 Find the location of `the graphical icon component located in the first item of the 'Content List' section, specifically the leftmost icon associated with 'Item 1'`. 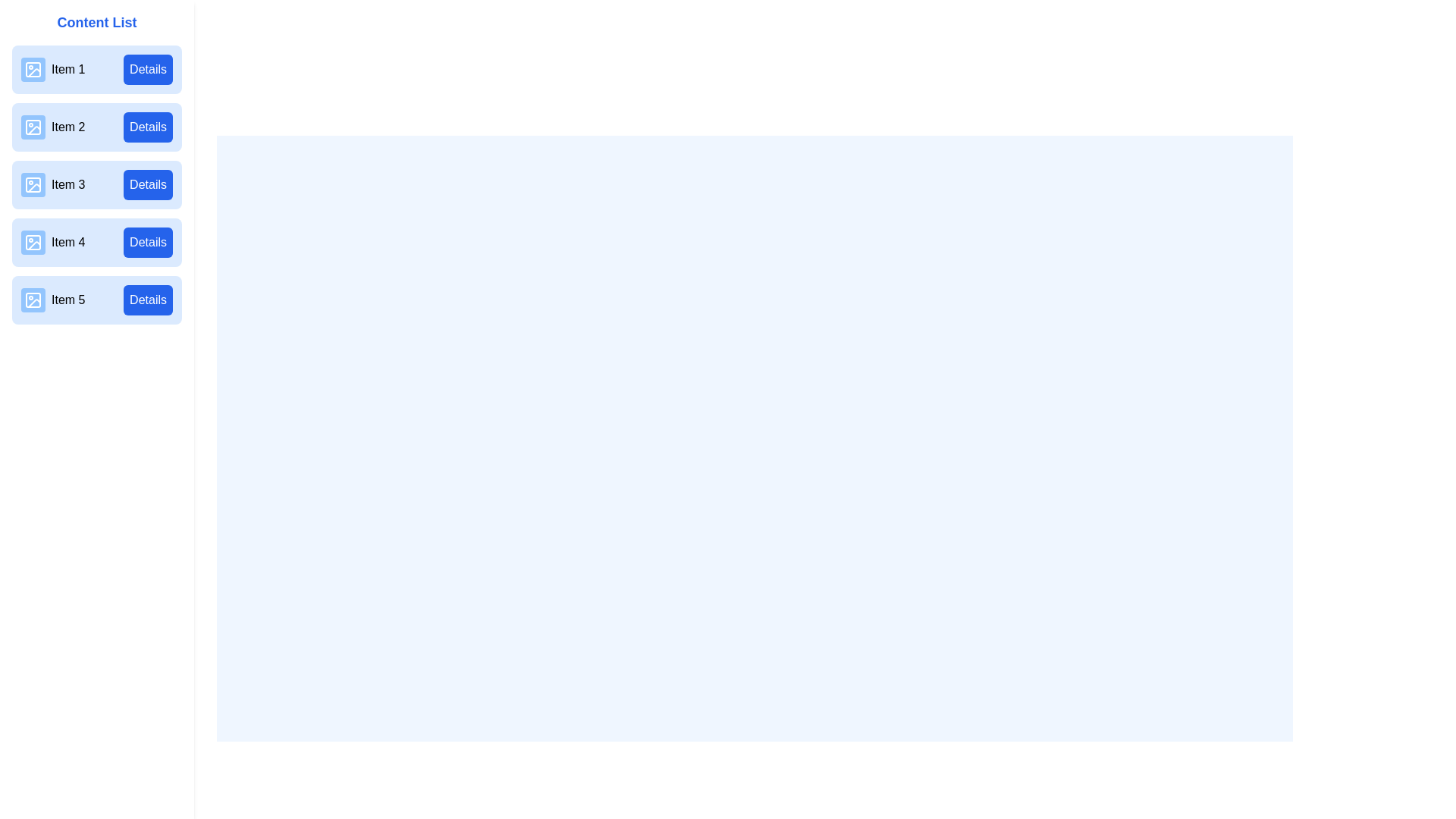

the graphical icon component located in the first item of the 'Content List' section, specifically the leftmost icon associated with 'Item 1' is located at coordinates (34, 73).